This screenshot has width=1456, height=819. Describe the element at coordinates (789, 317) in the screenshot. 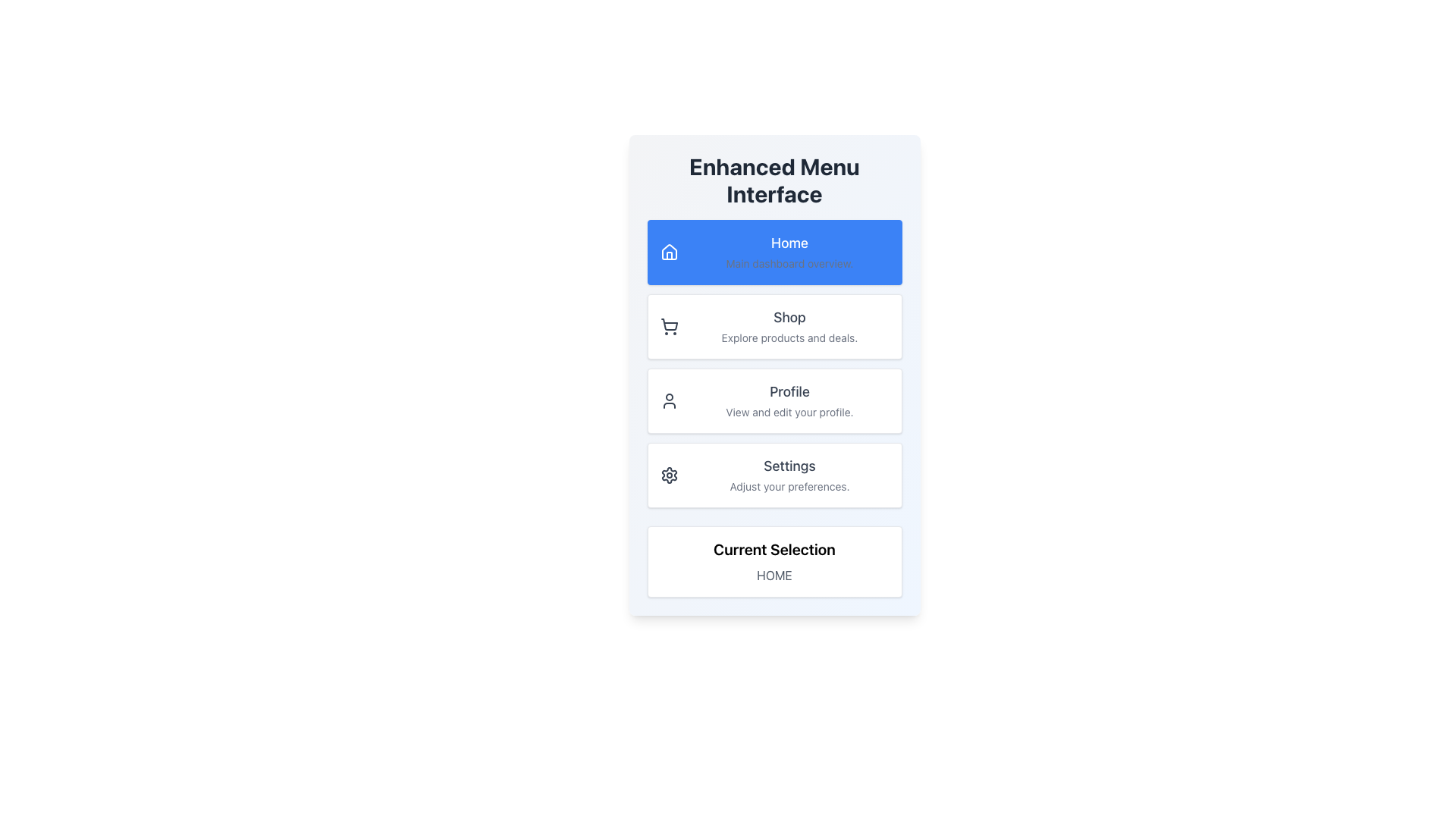

I see `the text label that displays 'Shop' in a bold, large font, which is located in the second section of the menu list` at that location.